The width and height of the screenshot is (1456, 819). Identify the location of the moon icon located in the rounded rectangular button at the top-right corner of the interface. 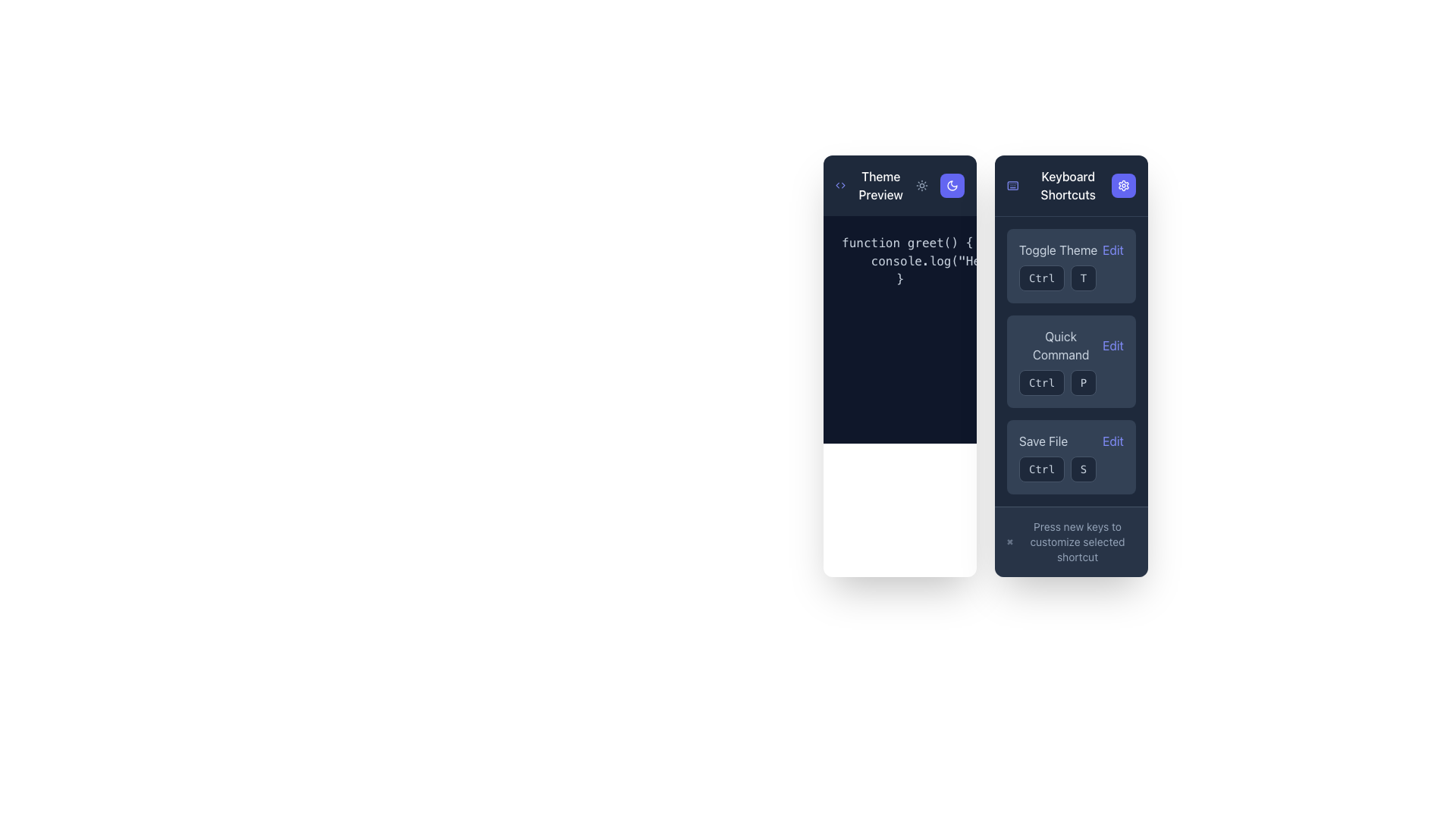
(952, 185).